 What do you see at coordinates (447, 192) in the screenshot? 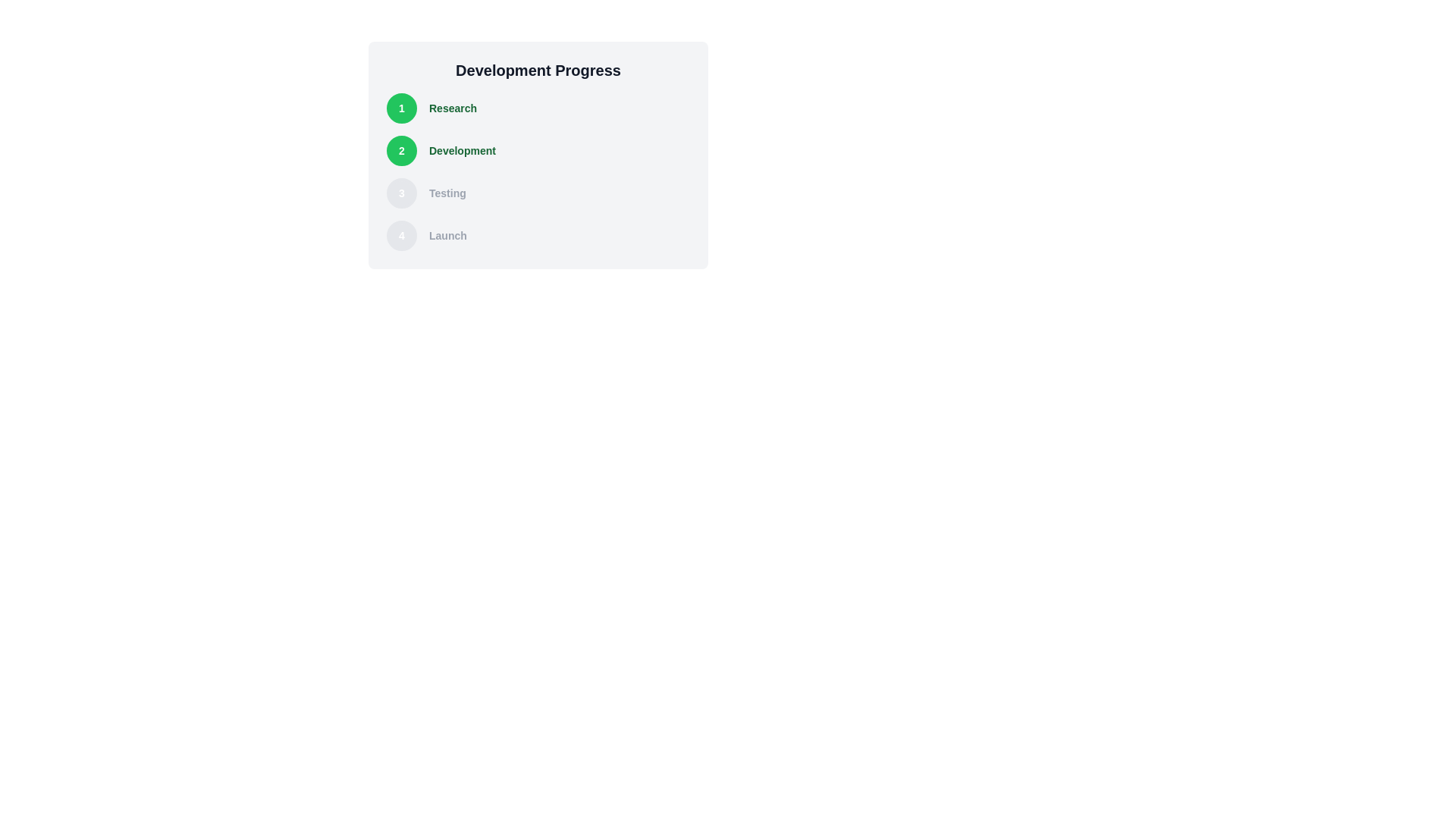
I see `the static text label that signifies the 'Testing' stage in the development workflow, which is located beneath 'Development' and above 'Launch'` at bounding box center [447, 192].